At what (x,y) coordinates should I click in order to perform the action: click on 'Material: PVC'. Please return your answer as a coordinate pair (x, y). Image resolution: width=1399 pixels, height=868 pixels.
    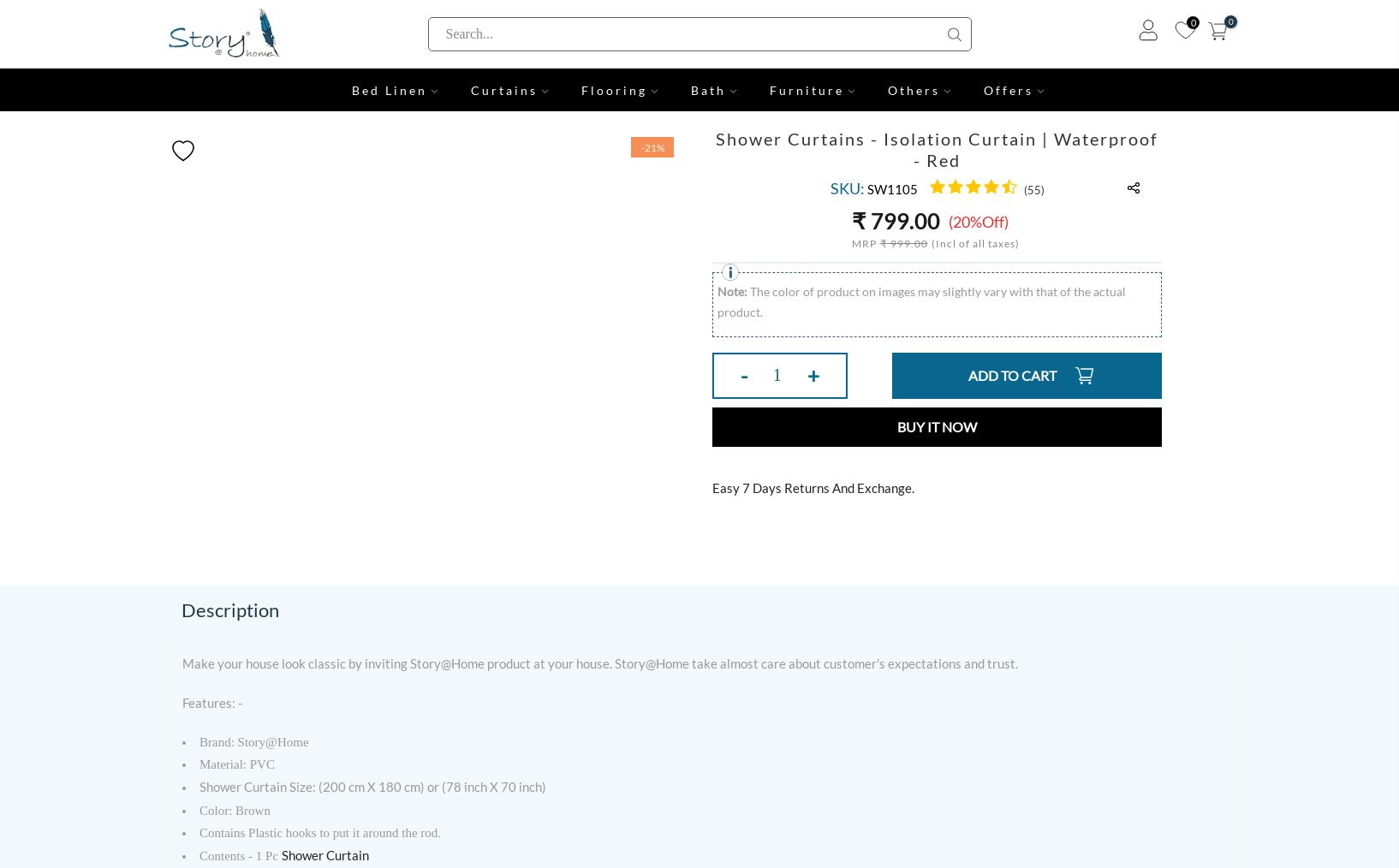
    Looking at the image, I should click on (236, 764).